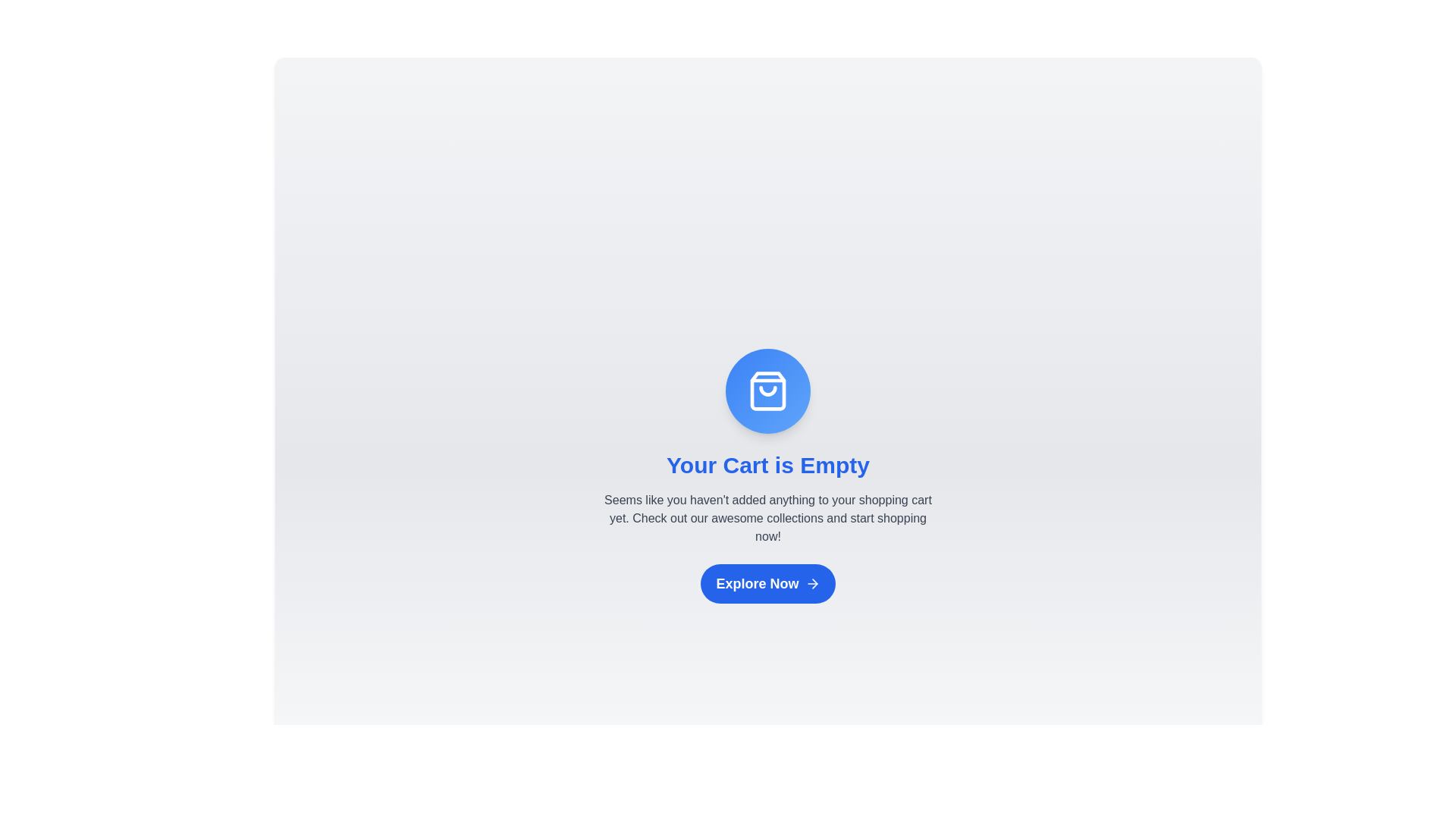 The height and width of the screenshot is (819, 1456). Describe the element at coordinates (811, 583) in the screenshot. I see `the arrow icon within the rounded button labeled 'Explore Now', which is centrally located at the bottom of the interface` at that location.